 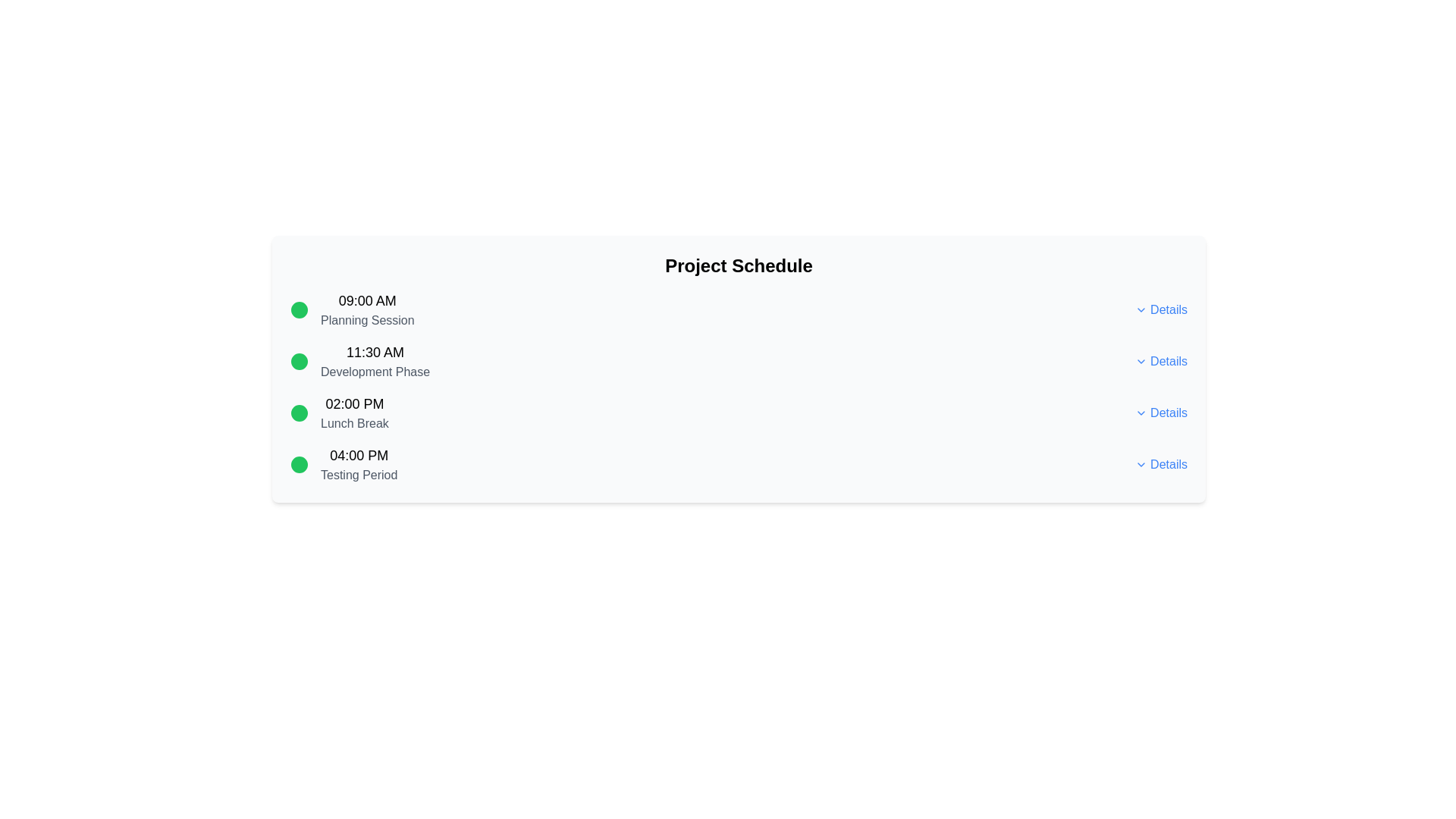 What do you see at coordinates (1168, 309) in the screenshot?
I see `label that serves as a link to access additional information about the '09:00 AM Planning Session' activity, positioned at the topmost position among similar 'Details' elements` at bounding box center [1168, 309].